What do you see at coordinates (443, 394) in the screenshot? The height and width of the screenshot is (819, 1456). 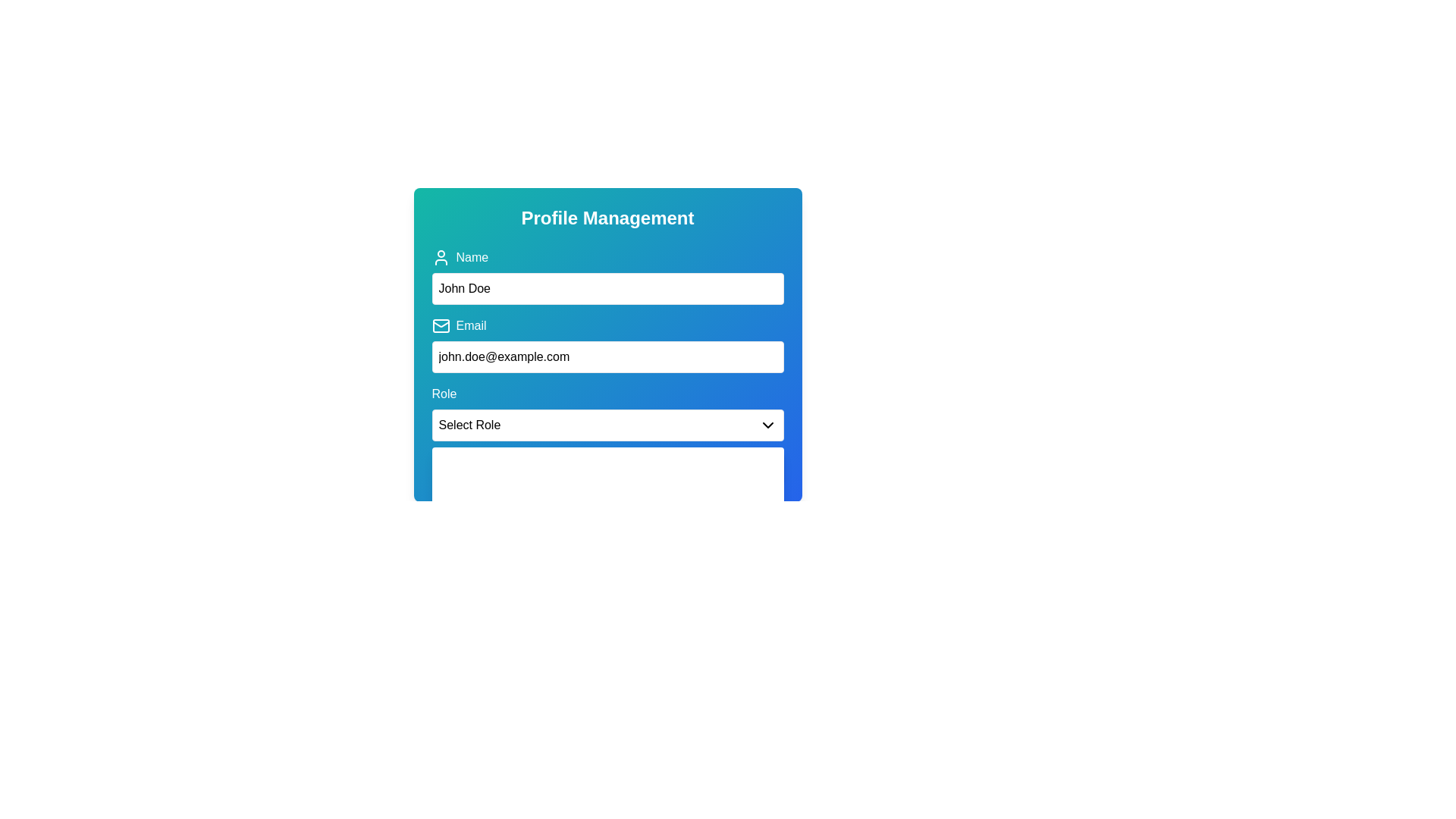 I see `the Text label that describes the purpose of the adjacent dropdown menu for selecting a 'Role.' This label is positioned slightly below the center of the form section, above the 'Select Role' dropdown, and aligns with other labels such as 'Name' and 'Email.'` at bounding box center [443, 394].